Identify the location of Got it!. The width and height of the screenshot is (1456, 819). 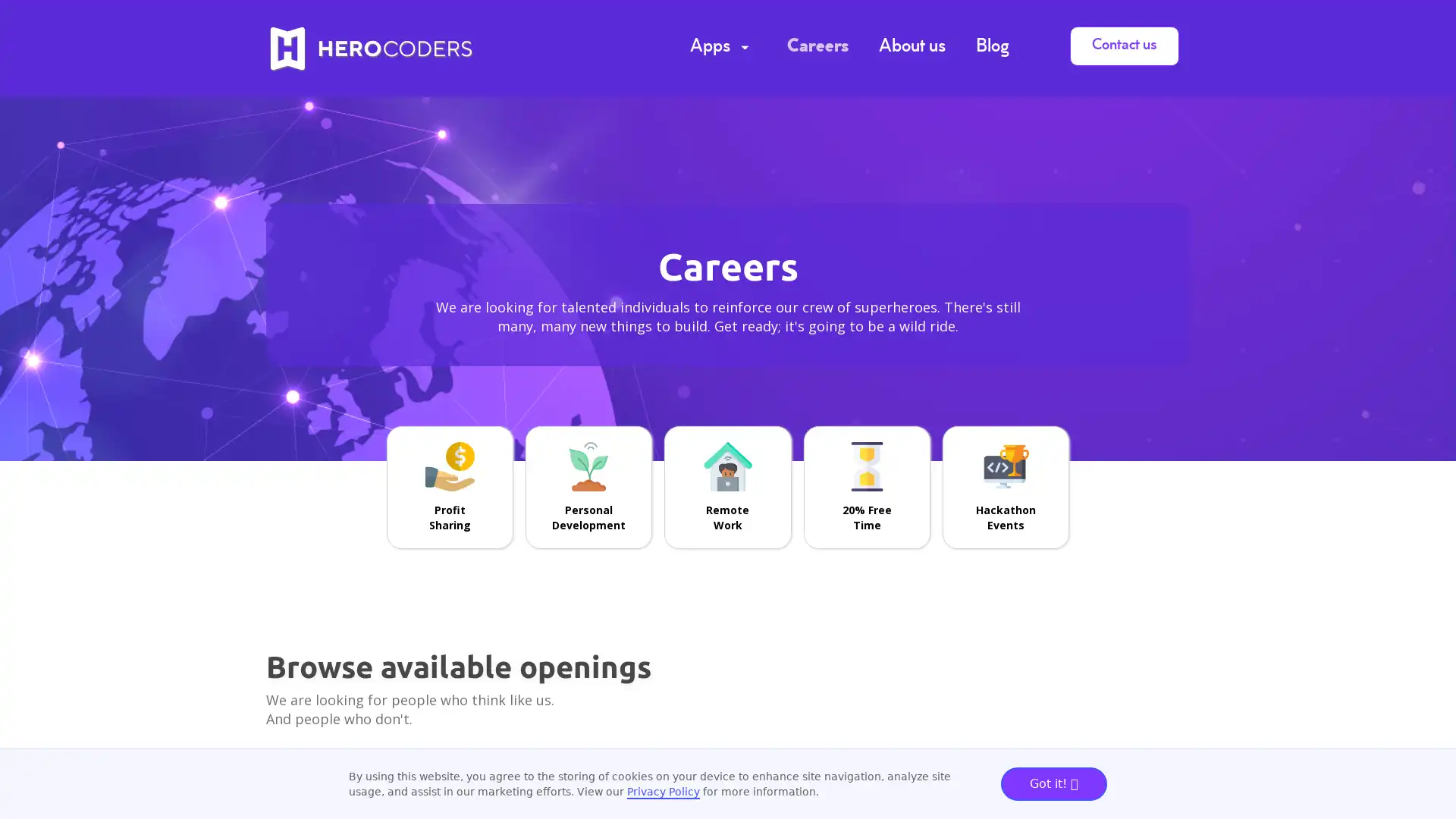
(1053, 783).